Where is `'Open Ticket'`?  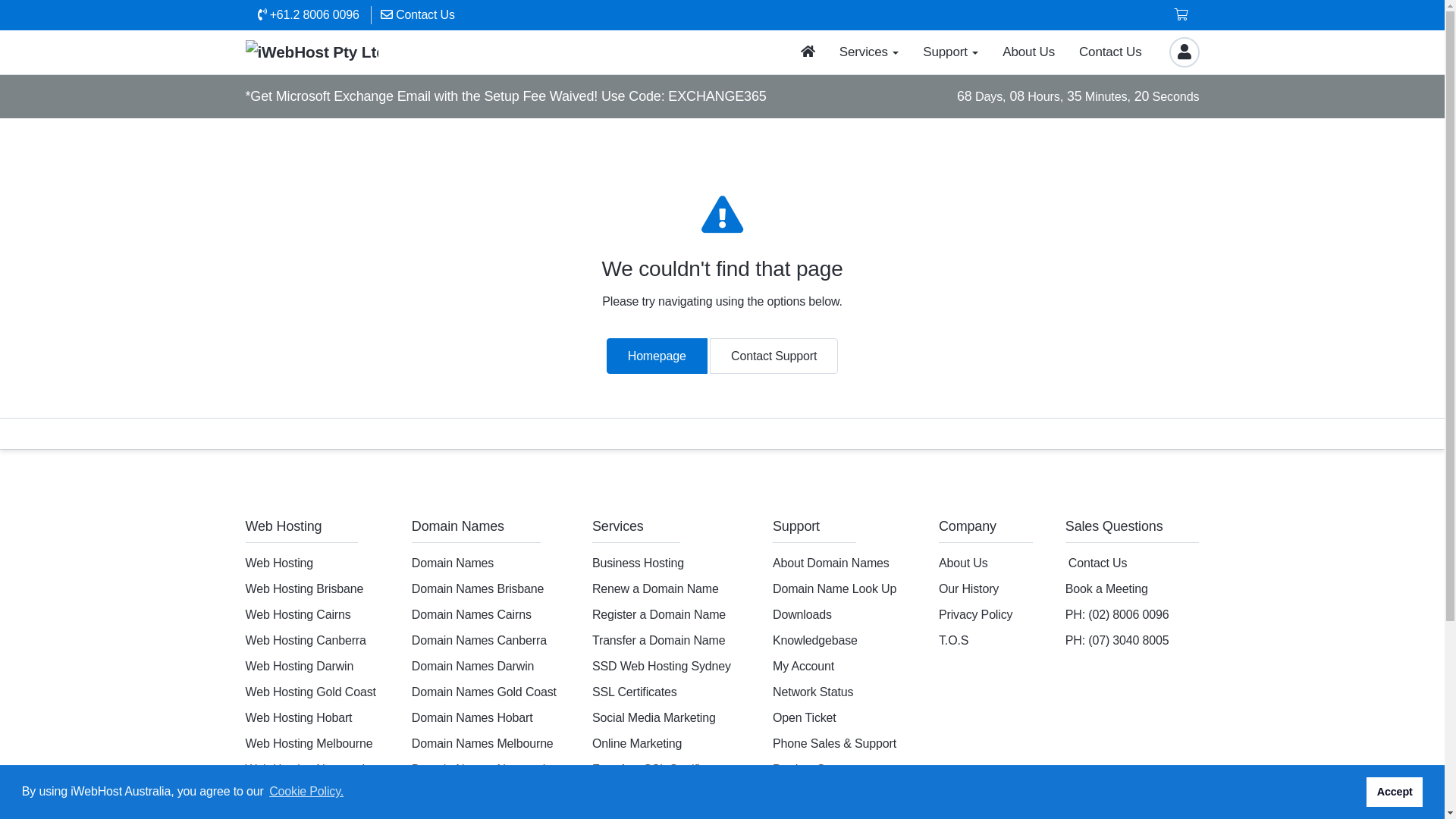
'Open Ticket' is located at coordinates (803, 717).